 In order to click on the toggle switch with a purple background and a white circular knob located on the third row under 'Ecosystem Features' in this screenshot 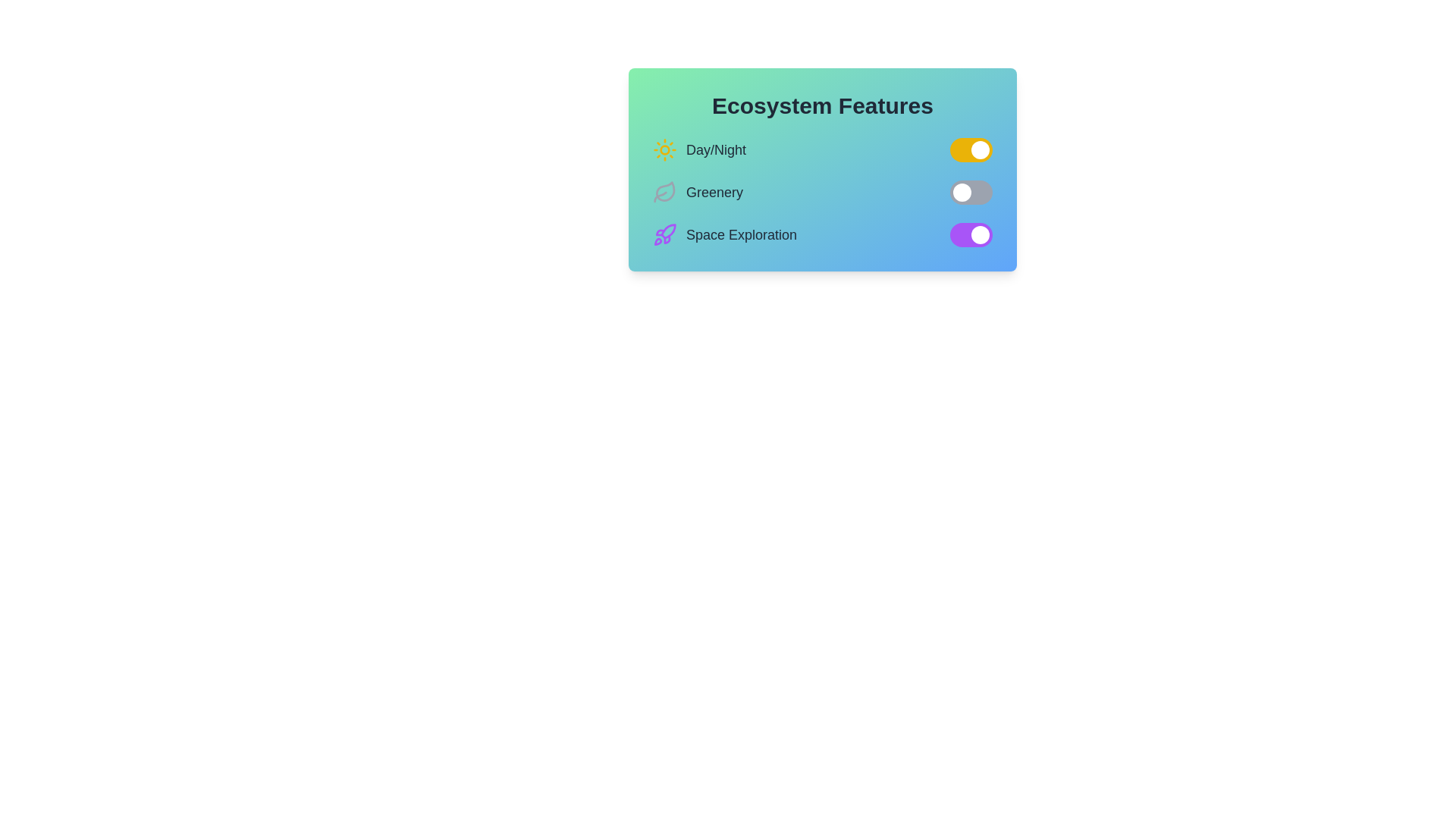, I will do `click(971, 234)`.